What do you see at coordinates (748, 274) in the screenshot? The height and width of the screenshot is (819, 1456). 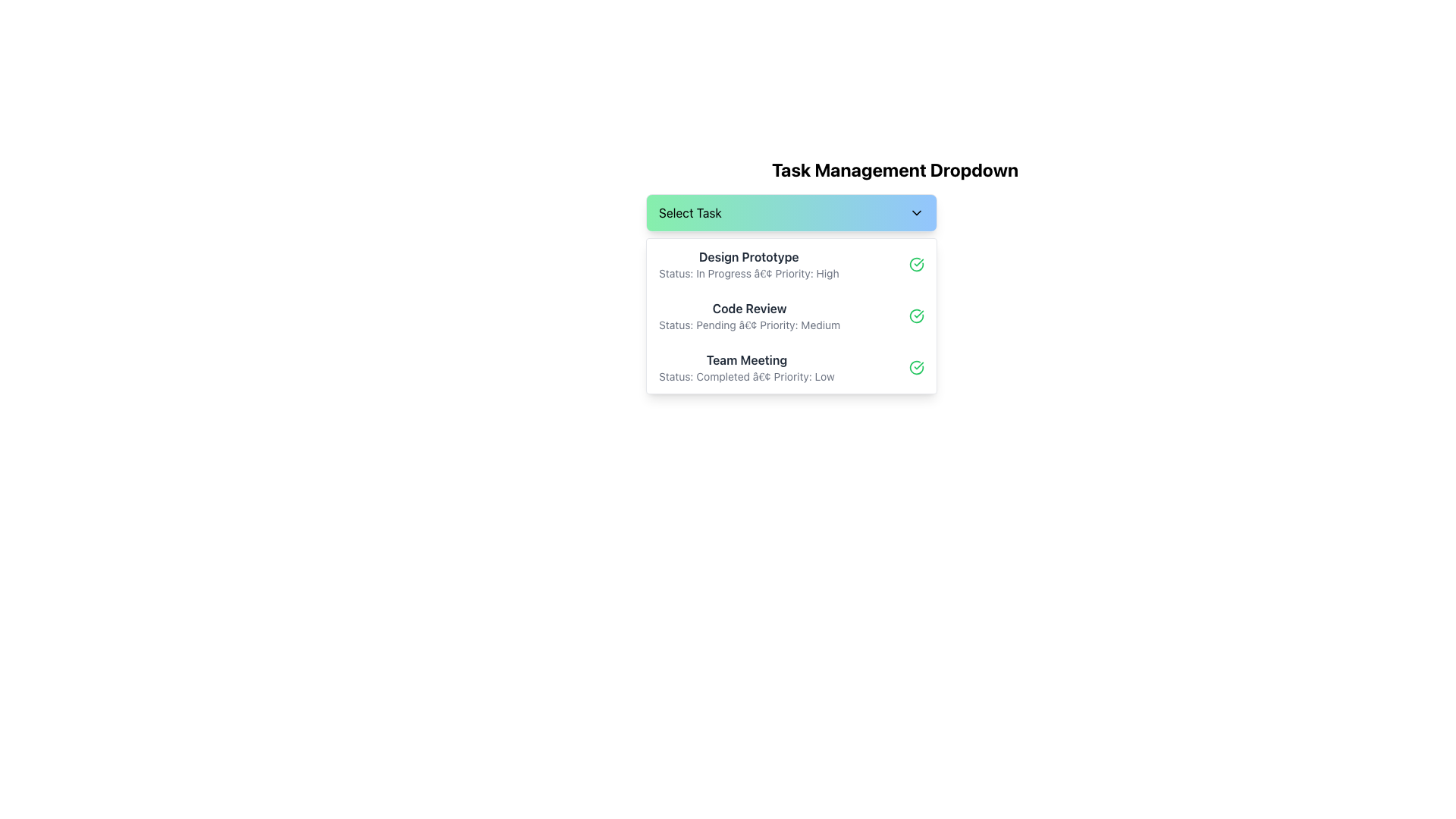 I see `the text label displaying 'Status: In Progress • Priority: High', which is positioned beneath the 'Design Prototype' text in the dropdown list` at bounding box center [748, 274].